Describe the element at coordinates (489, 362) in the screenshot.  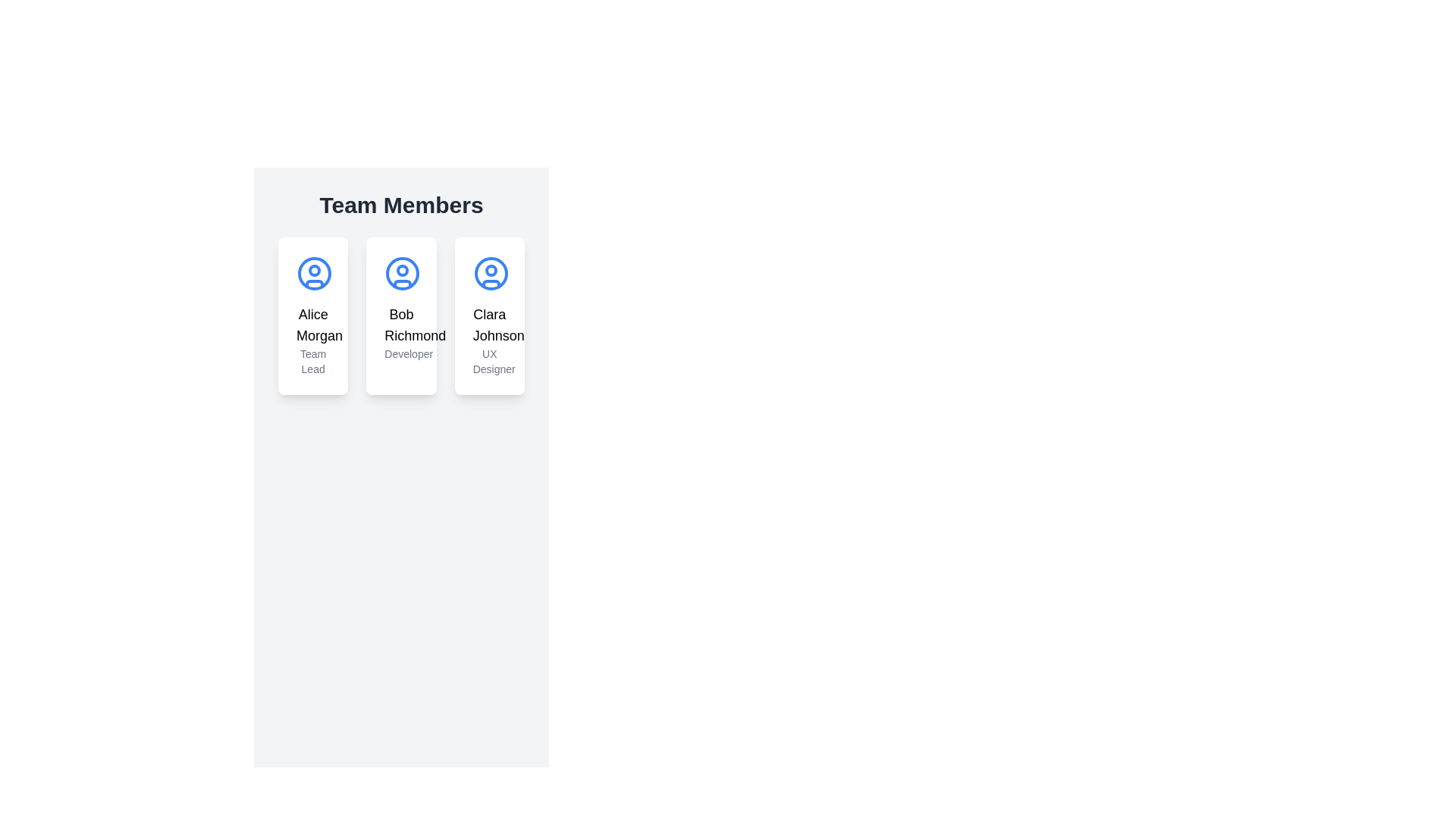
I see `the text label displaying 'UX Designer' in gray color, located at the bottom of Clara Johnson's card` at that location.